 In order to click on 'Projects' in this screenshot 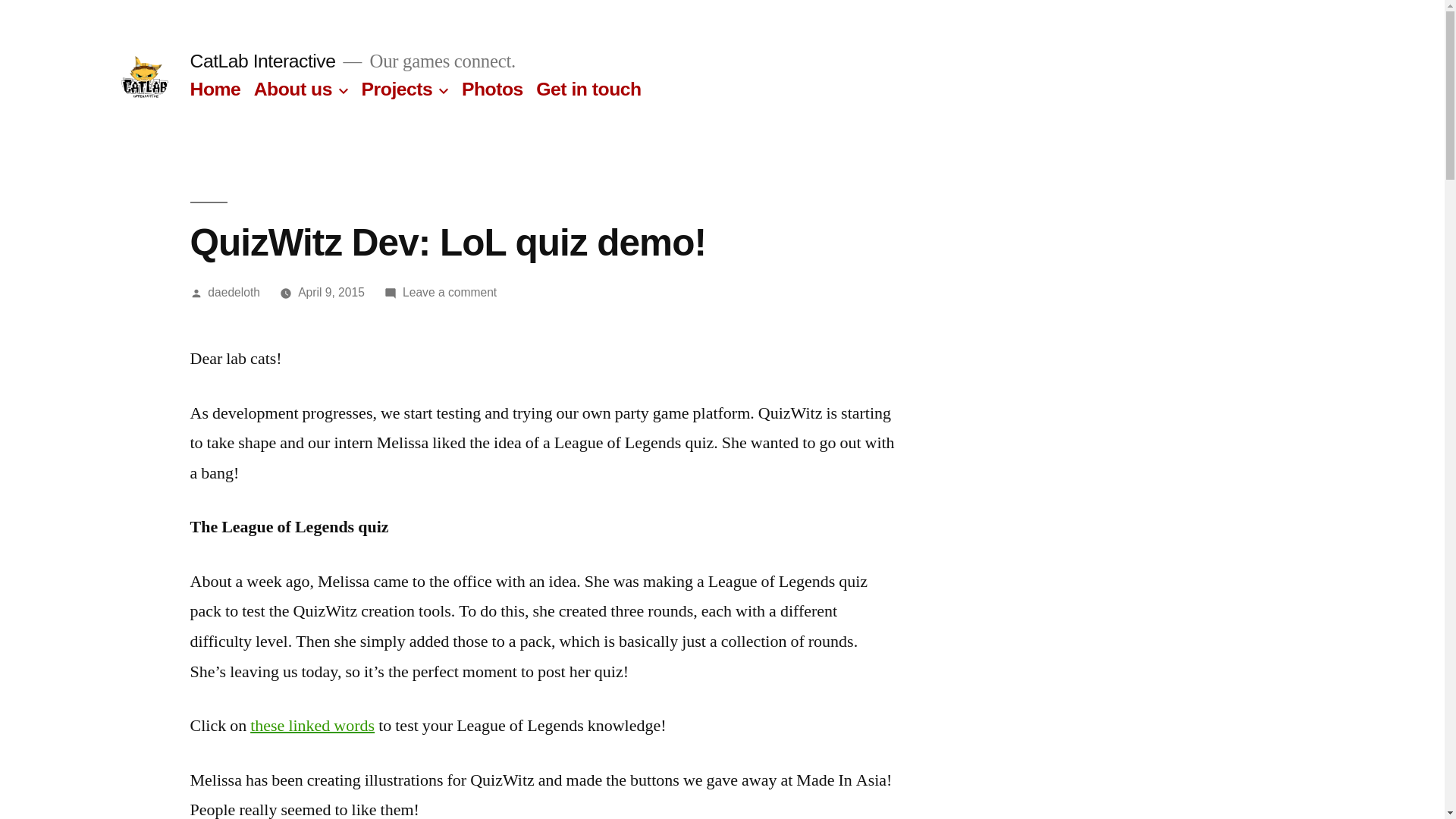, I will do `click(397, 89)`.